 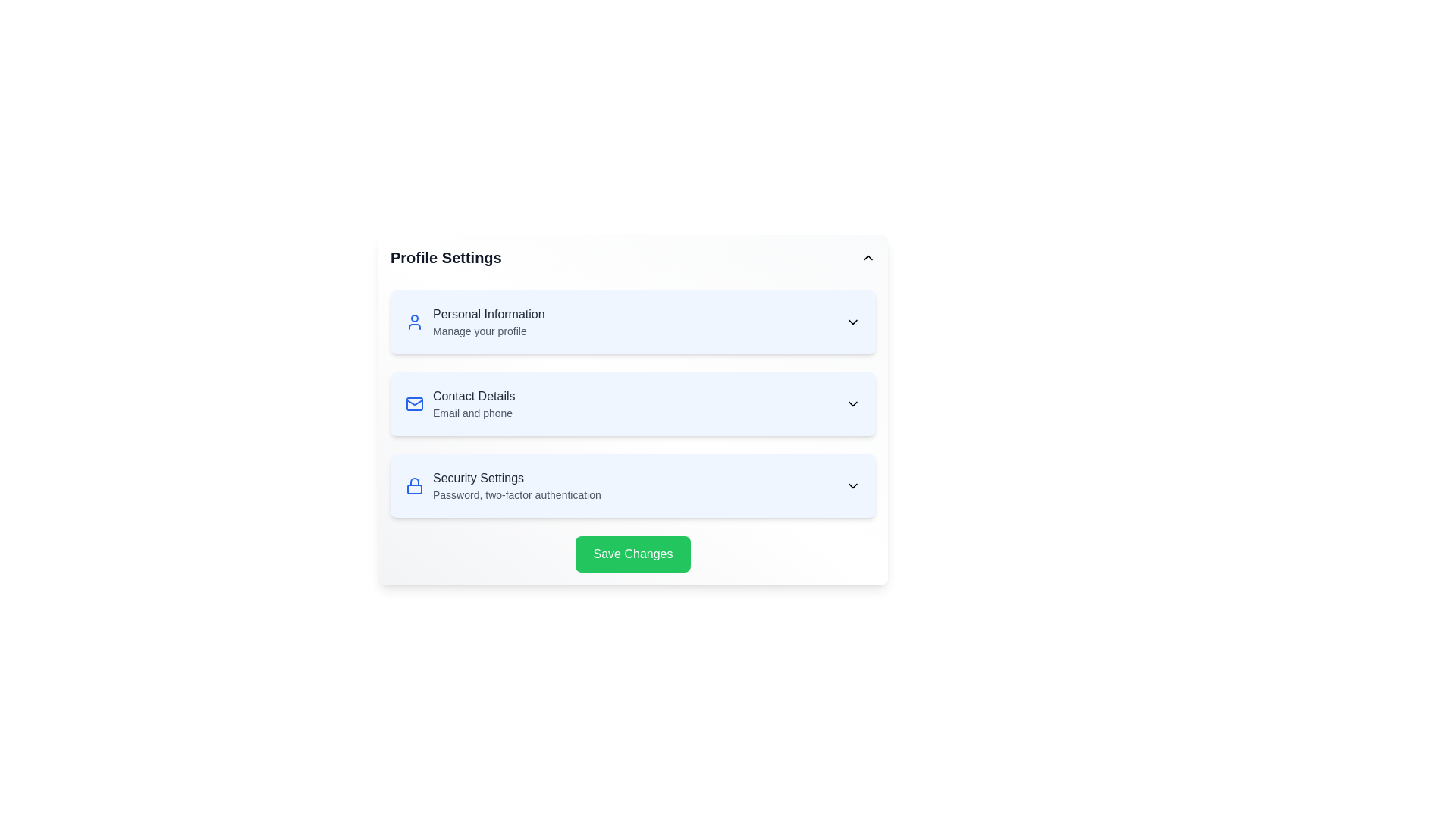 What do you see at coordinates (516, 494) in the screenshot?
I see `the descriptive text label that informs users about the 'Security Settings' section, located below the 'Security Settings' heading in the third expandable section of the 'Profile Settings' interface` at bounding box center [516, 494].